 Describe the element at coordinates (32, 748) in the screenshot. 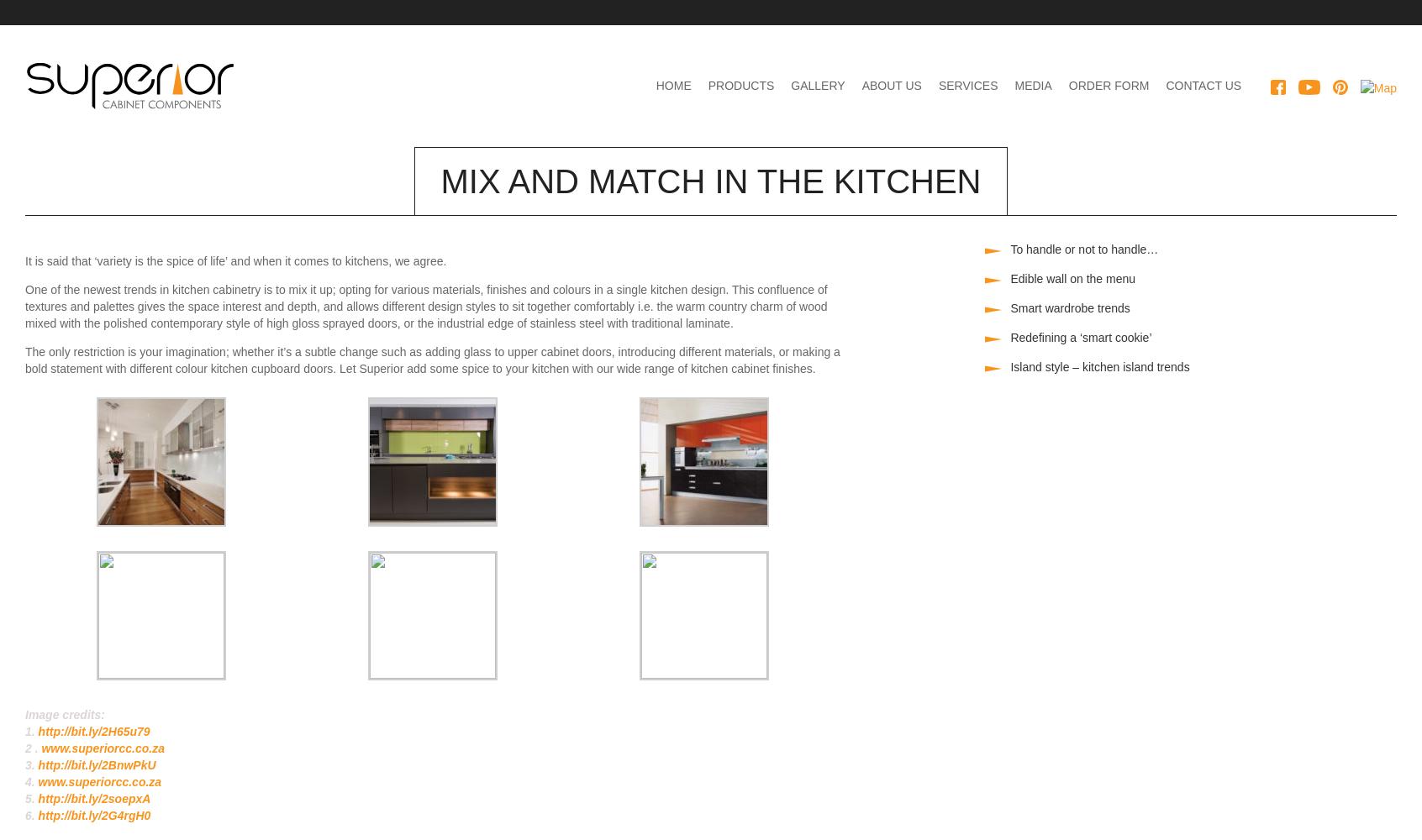

I see `'2 .'` at that location.